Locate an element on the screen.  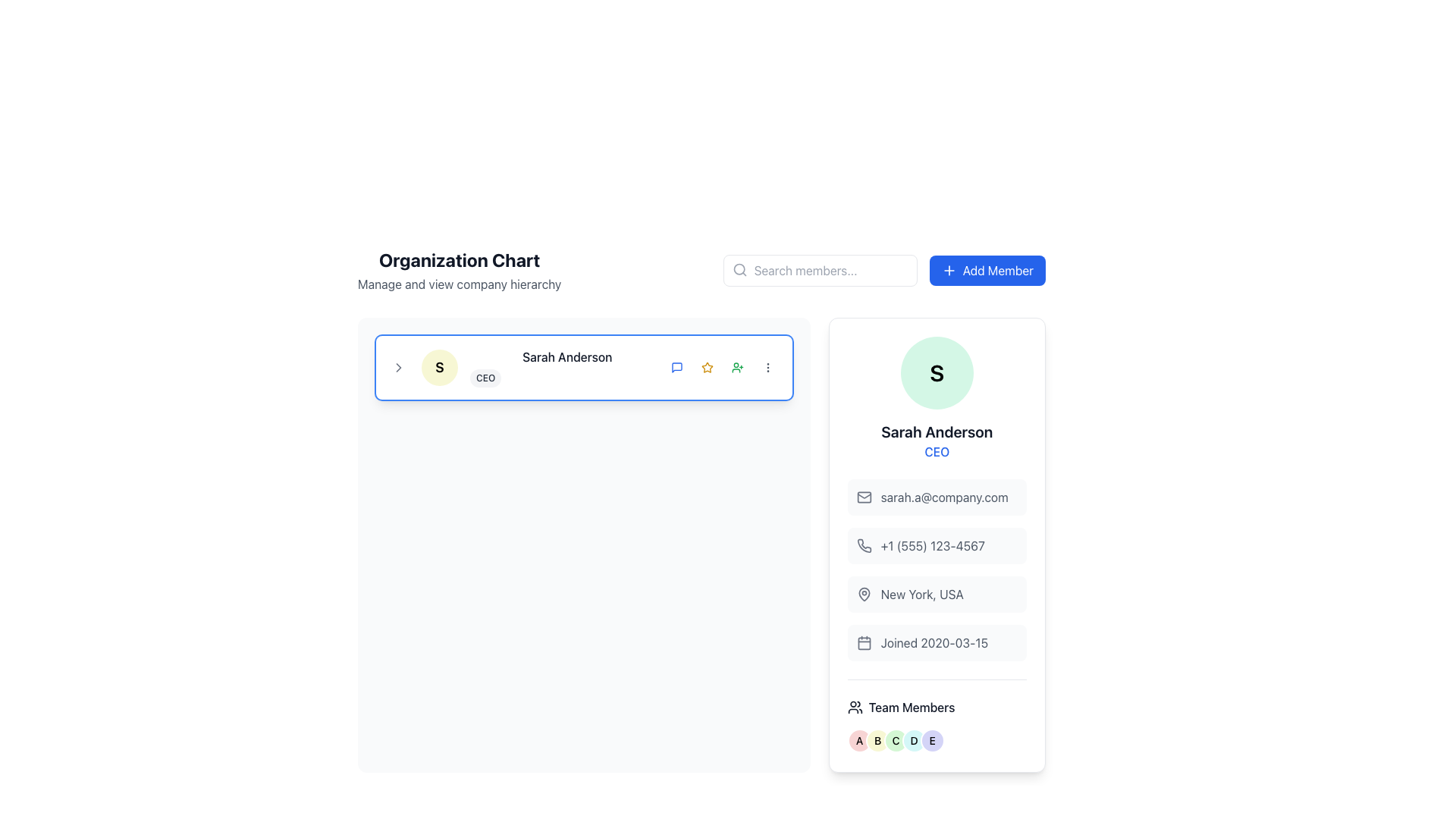
the SVG circle that represents the lens in the magnifying glass icon located in the top-right section of the interface, adjacent to the 'Add Member' button is located at coordinates (739, 268).